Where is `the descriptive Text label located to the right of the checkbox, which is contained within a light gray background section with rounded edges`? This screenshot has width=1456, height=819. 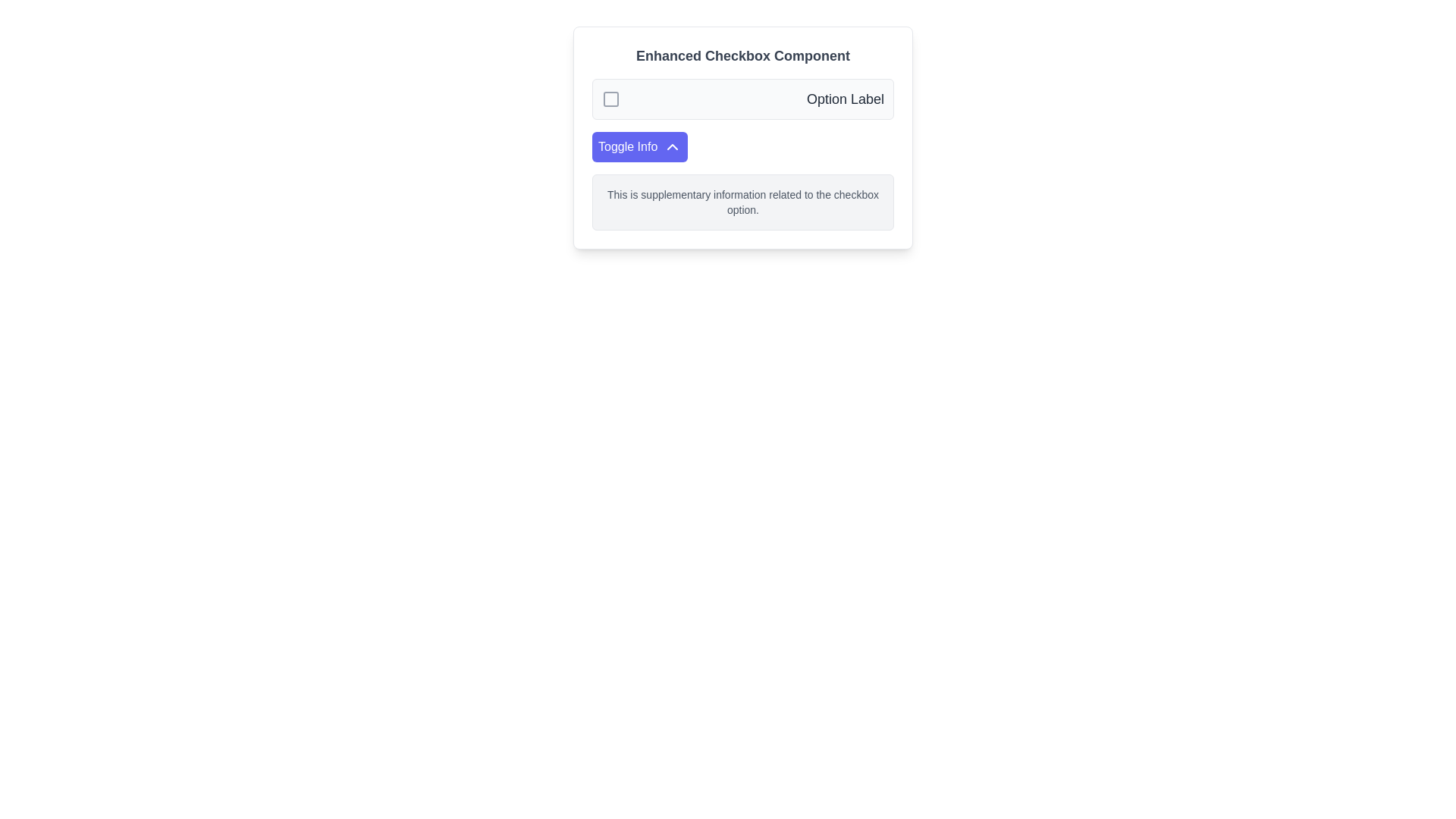 the descriptive Text label located to the right of the checkbox, which is contained within a light gray background section with rounded edges is located at coordinates (844, 99).